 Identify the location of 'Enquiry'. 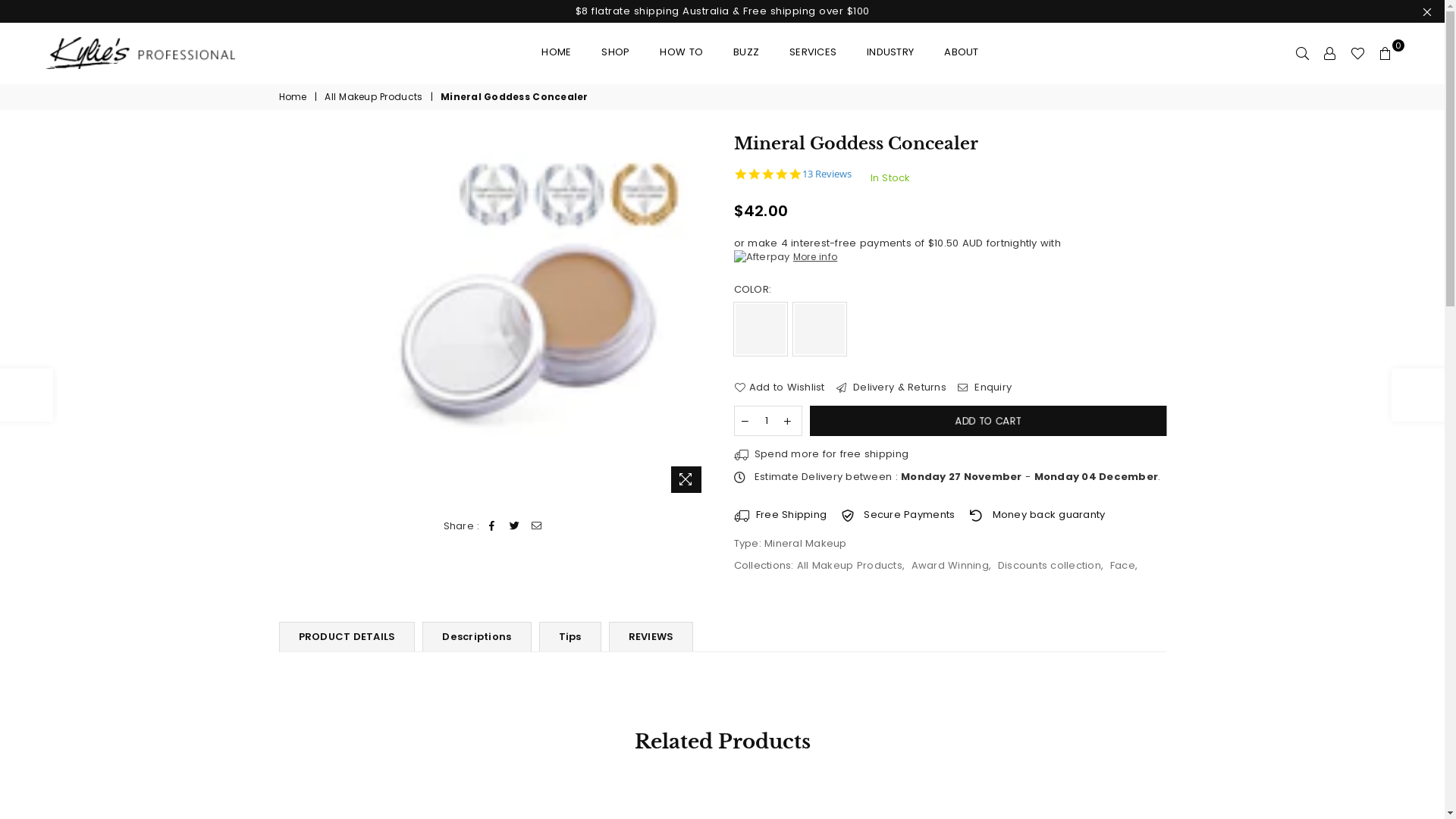
(984, 386).